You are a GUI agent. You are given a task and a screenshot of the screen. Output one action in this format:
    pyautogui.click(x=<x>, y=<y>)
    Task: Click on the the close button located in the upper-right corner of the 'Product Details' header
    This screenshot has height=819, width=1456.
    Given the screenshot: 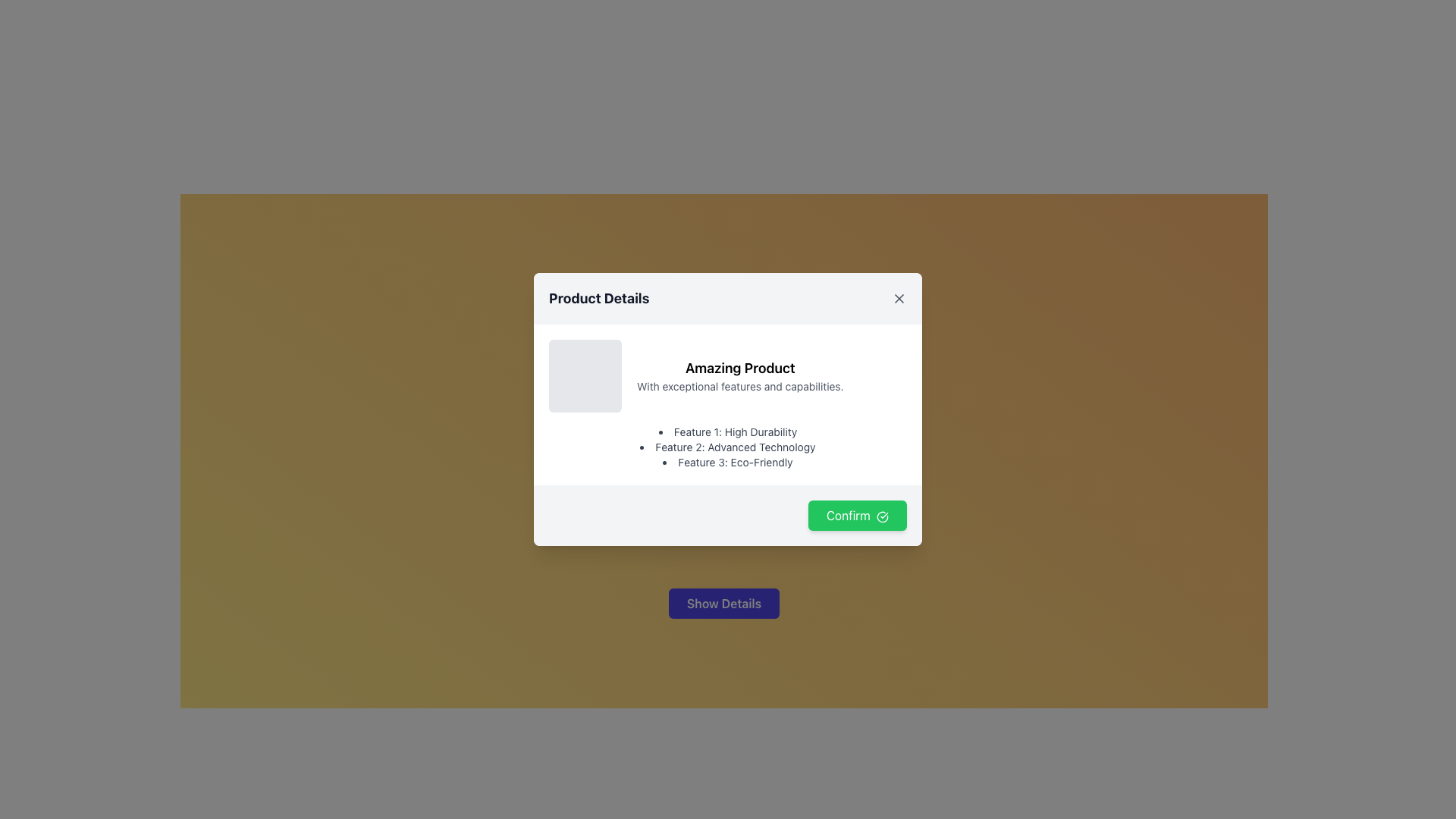 What is the action you would take?
    pyautogui.click(x=899, y=298)
    